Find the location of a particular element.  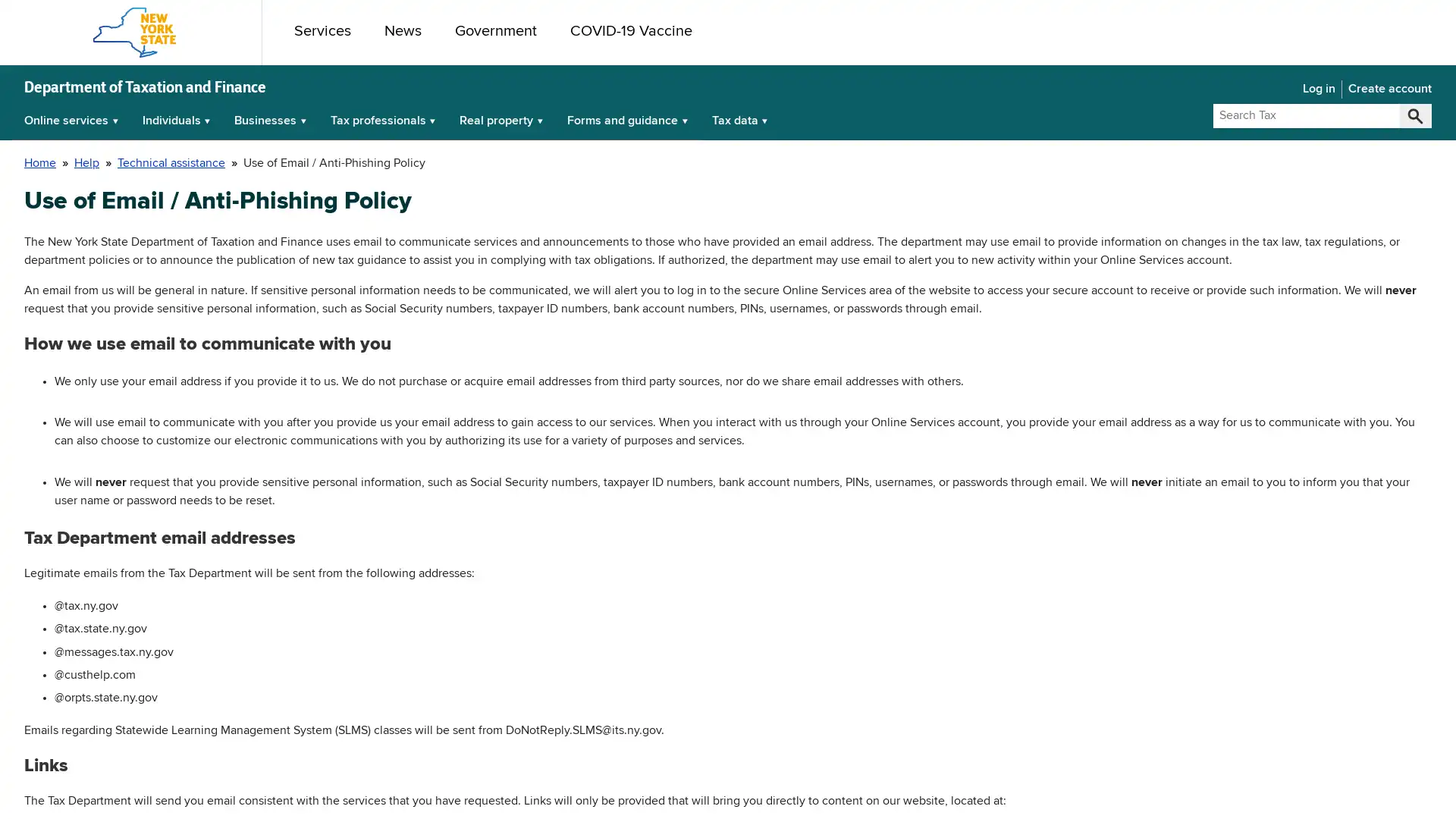

Search Tax is located at coordinates (1414, 115).